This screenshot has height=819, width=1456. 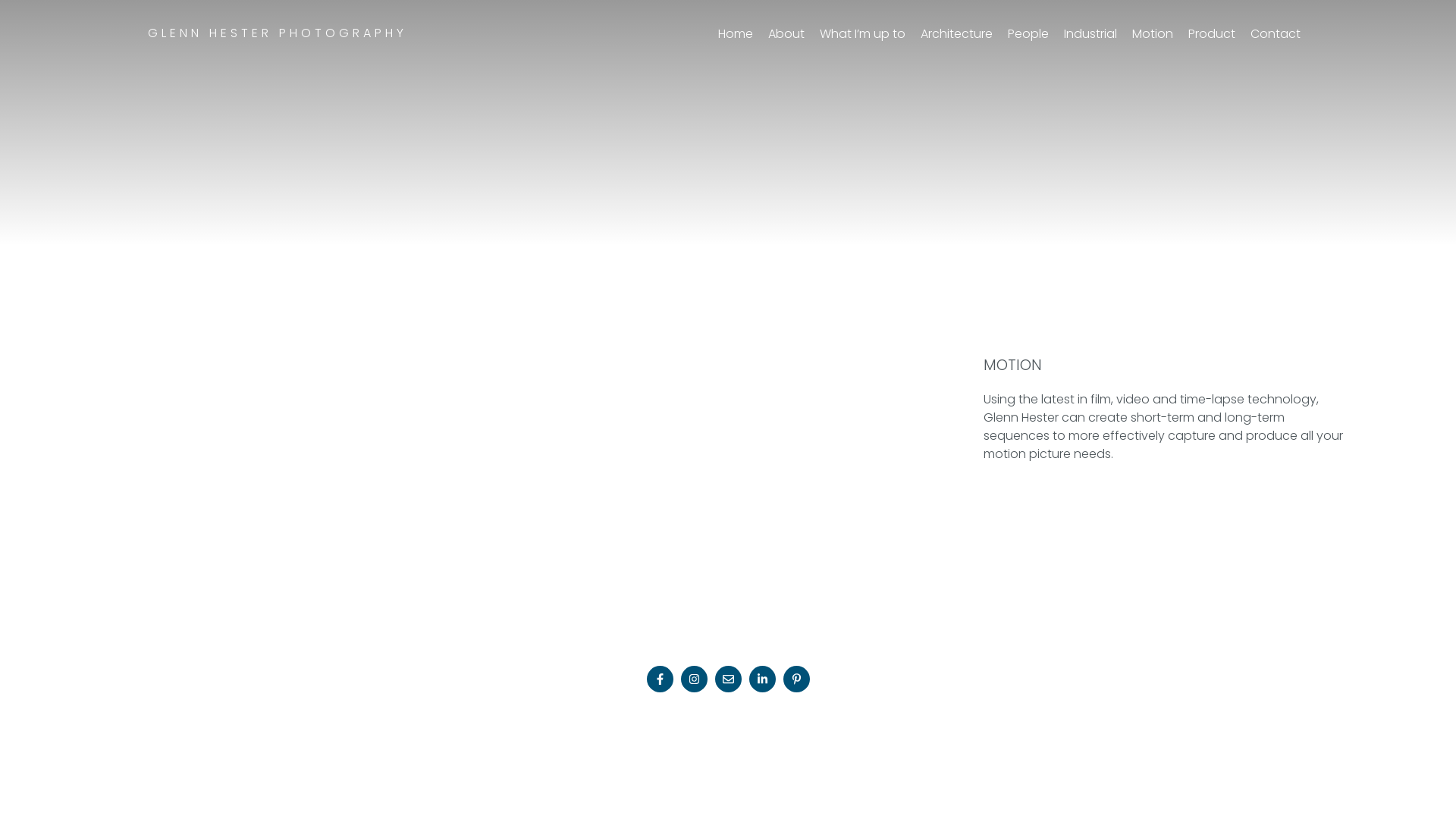 What do you see at coordinates (955, 33) in the screenshot?
I see `'Architecture'` at bounding box center [955, 33].